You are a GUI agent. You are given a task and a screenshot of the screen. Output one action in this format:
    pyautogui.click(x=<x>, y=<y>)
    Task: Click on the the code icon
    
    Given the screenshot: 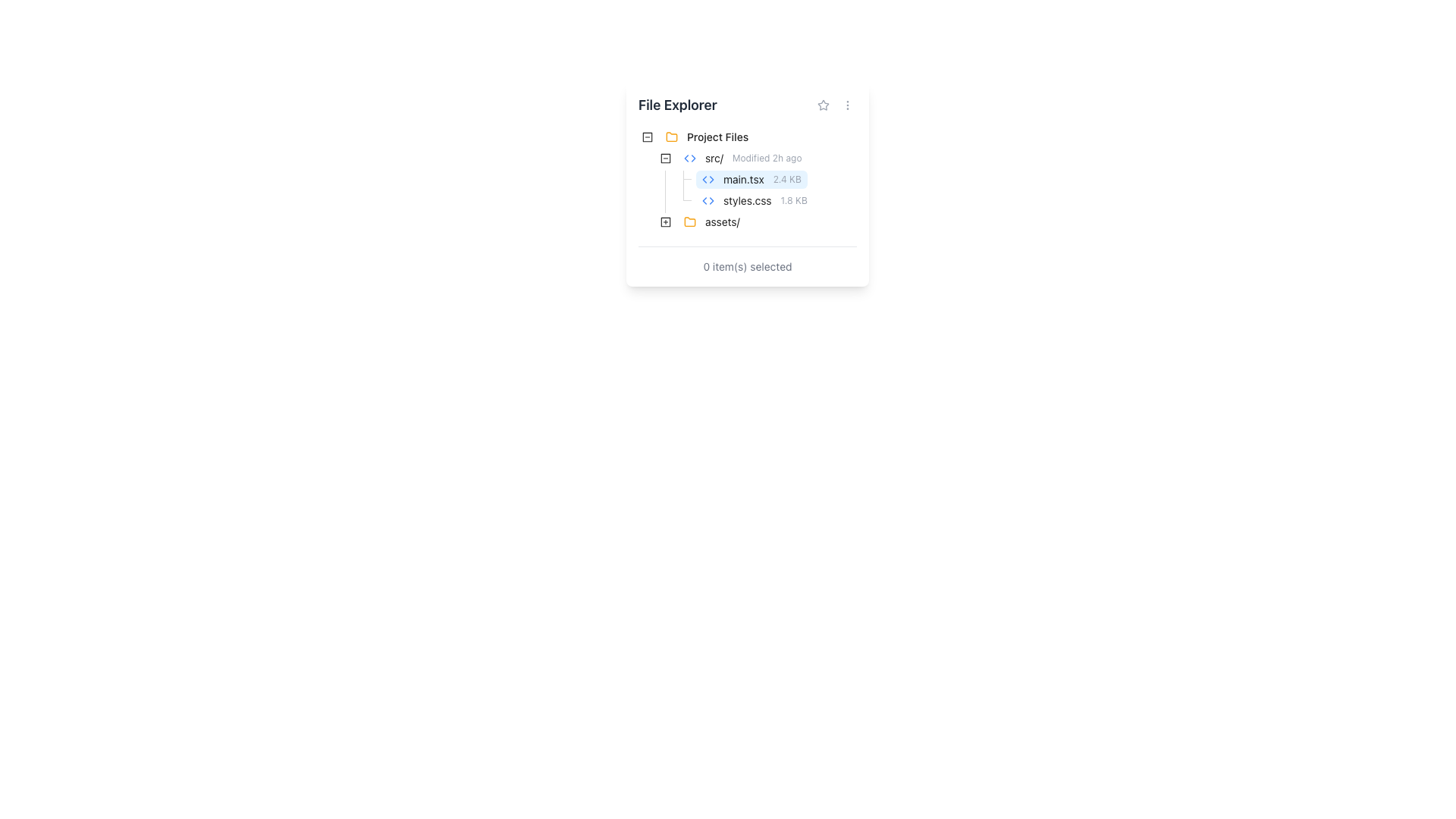 What is the action you would take?
    pyautogui.click(x=689, y=158)
    